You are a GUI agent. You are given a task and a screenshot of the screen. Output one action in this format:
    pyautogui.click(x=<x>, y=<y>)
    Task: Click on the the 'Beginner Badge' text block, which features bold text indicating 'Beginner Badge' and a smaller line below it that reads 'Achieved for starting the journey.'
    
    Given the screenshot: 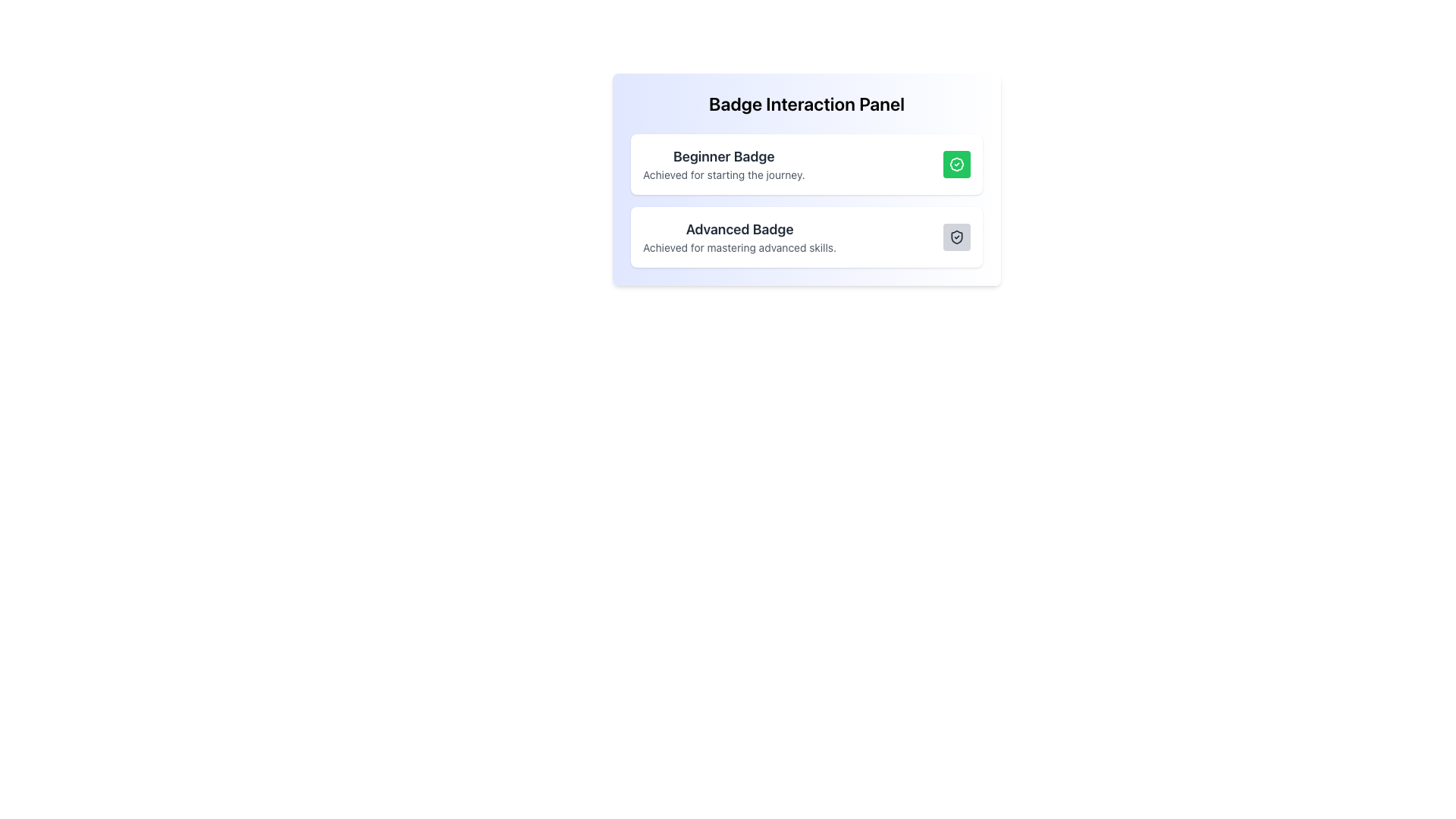 What is the action you would take?
    pyautogui.click(x=723, y=164)
    